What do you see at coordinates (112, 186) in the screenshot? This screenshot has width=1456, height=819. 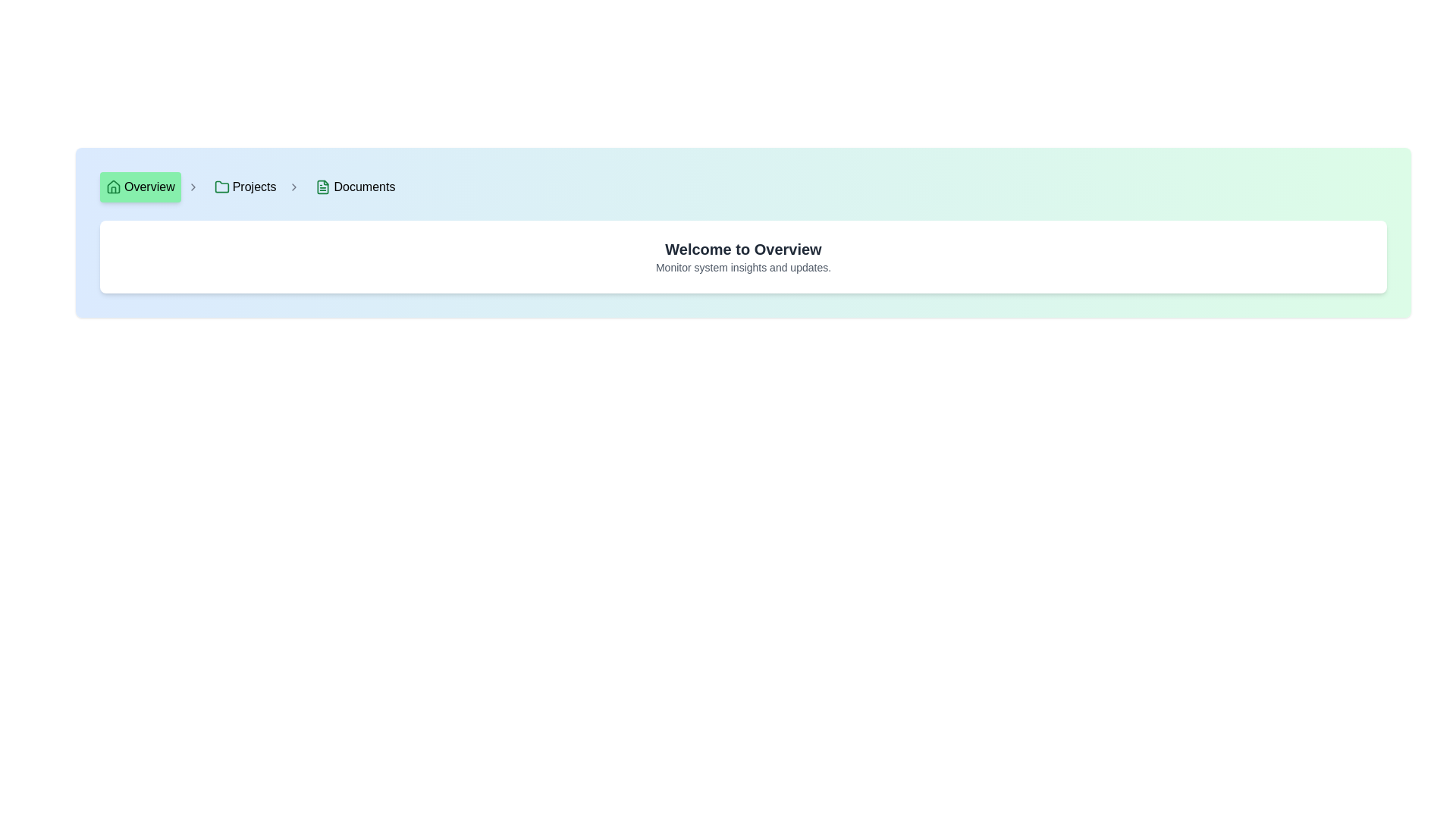 I see `the 'Overview' icon located in the breadcrumb navigation bar` at bounding box center [112, 186].